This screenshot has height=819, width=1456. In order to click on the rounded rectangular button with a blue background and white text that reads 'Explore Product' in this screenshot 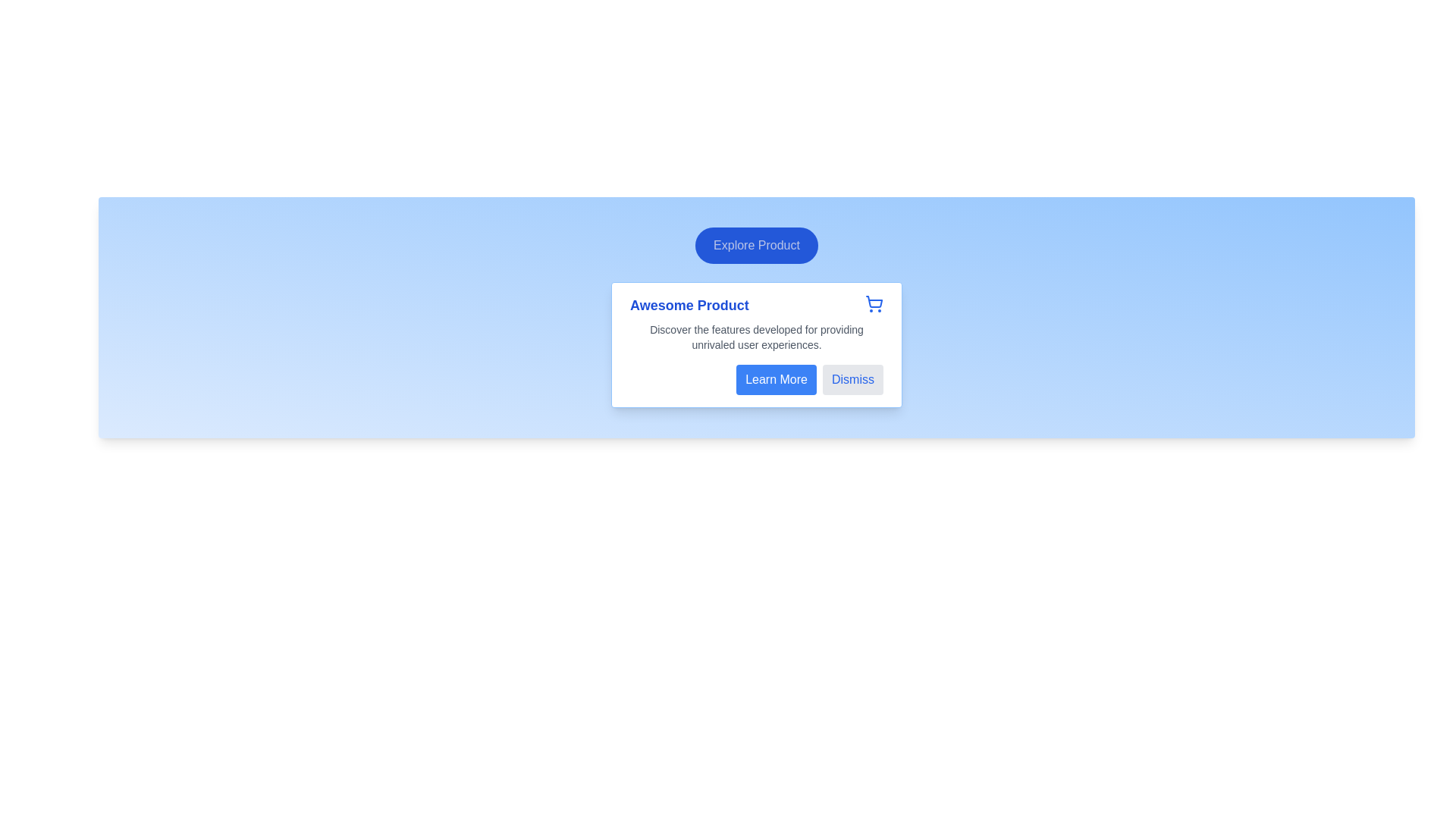, I will do `click(757, 245)`.